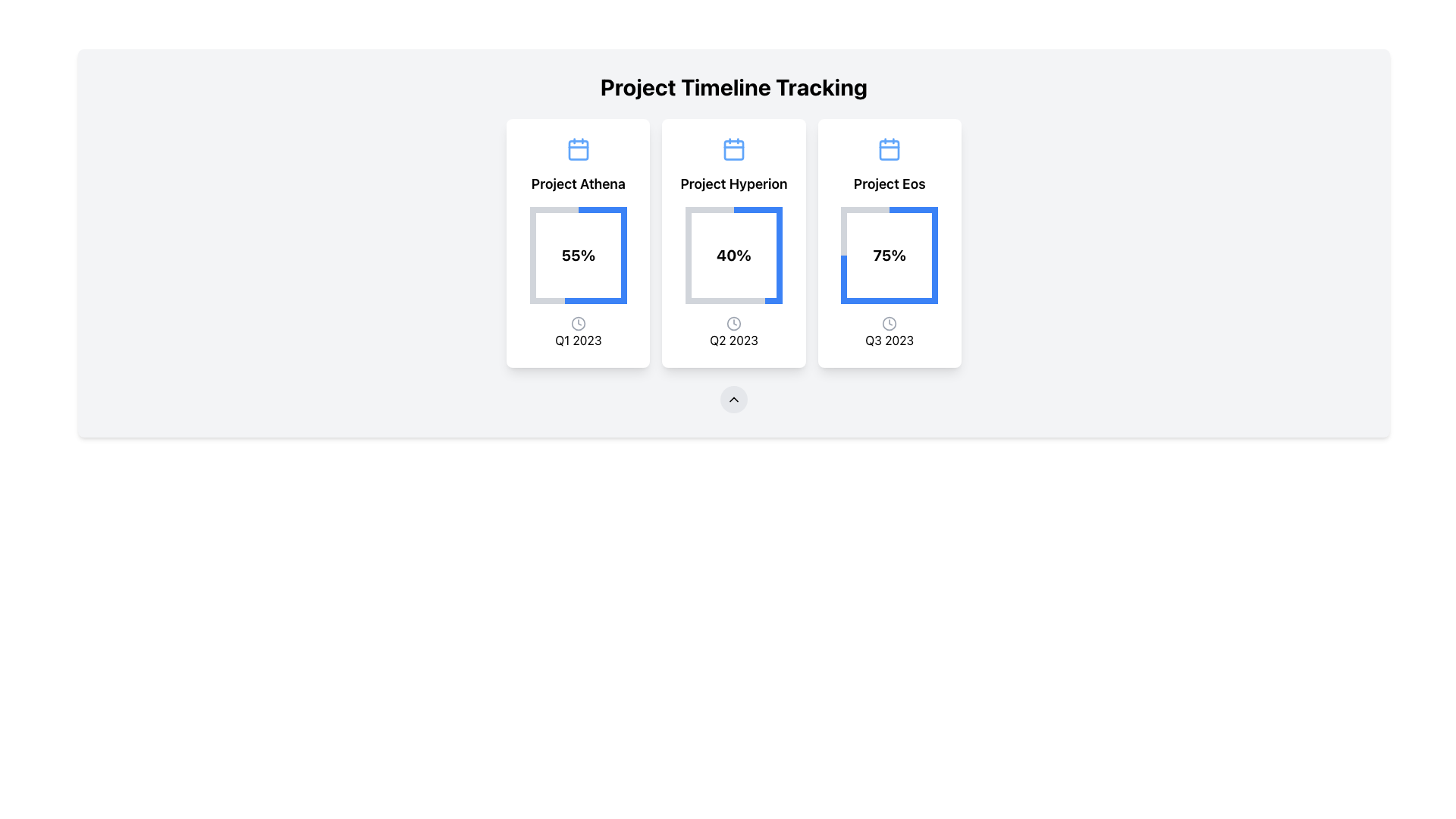  What do you see at coordinates (890, 149) in the screenshot?
I see `the stylized calendar icon located in the 'Project Eos' card, which is positioned in the rightmost column of a three-column layout, above the main title 'Project Eos'` at bounding box center [890, 149].